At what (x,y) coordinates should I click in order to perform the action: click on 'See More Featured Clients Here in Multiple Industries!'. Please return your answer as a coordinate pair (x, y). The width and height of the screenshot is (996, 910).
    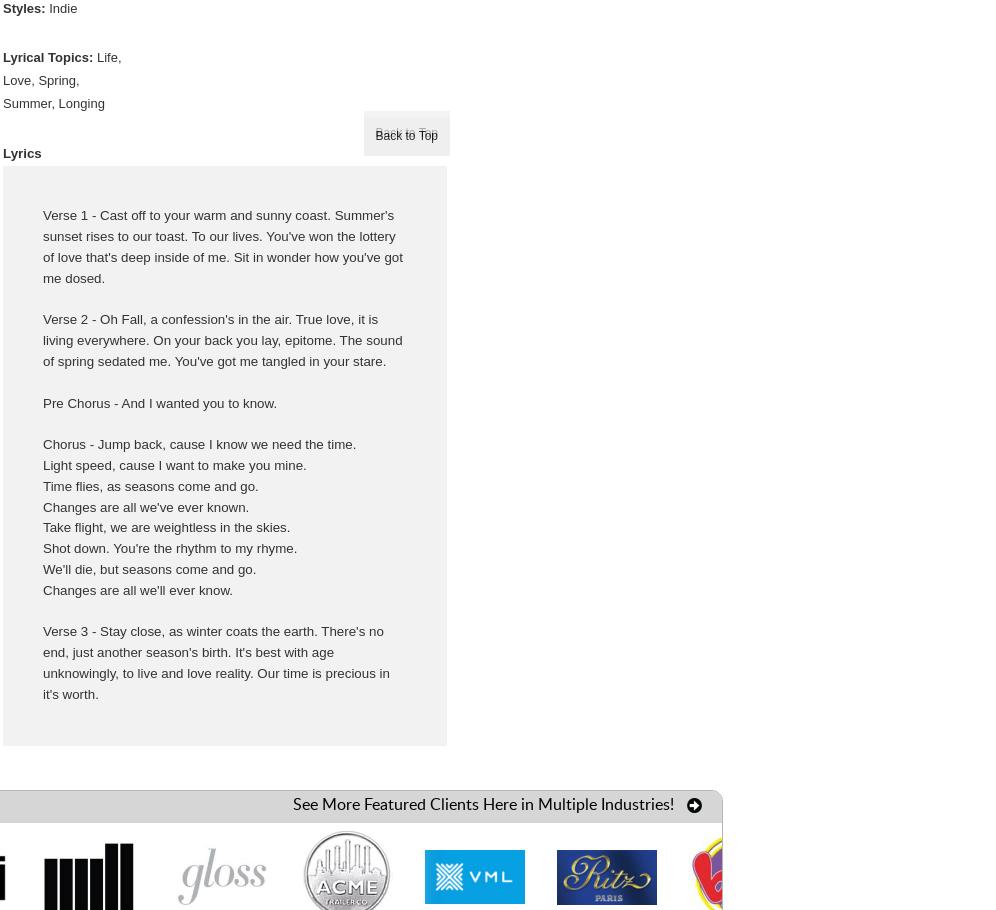
    Looking at the image, I should click on (481, 802).